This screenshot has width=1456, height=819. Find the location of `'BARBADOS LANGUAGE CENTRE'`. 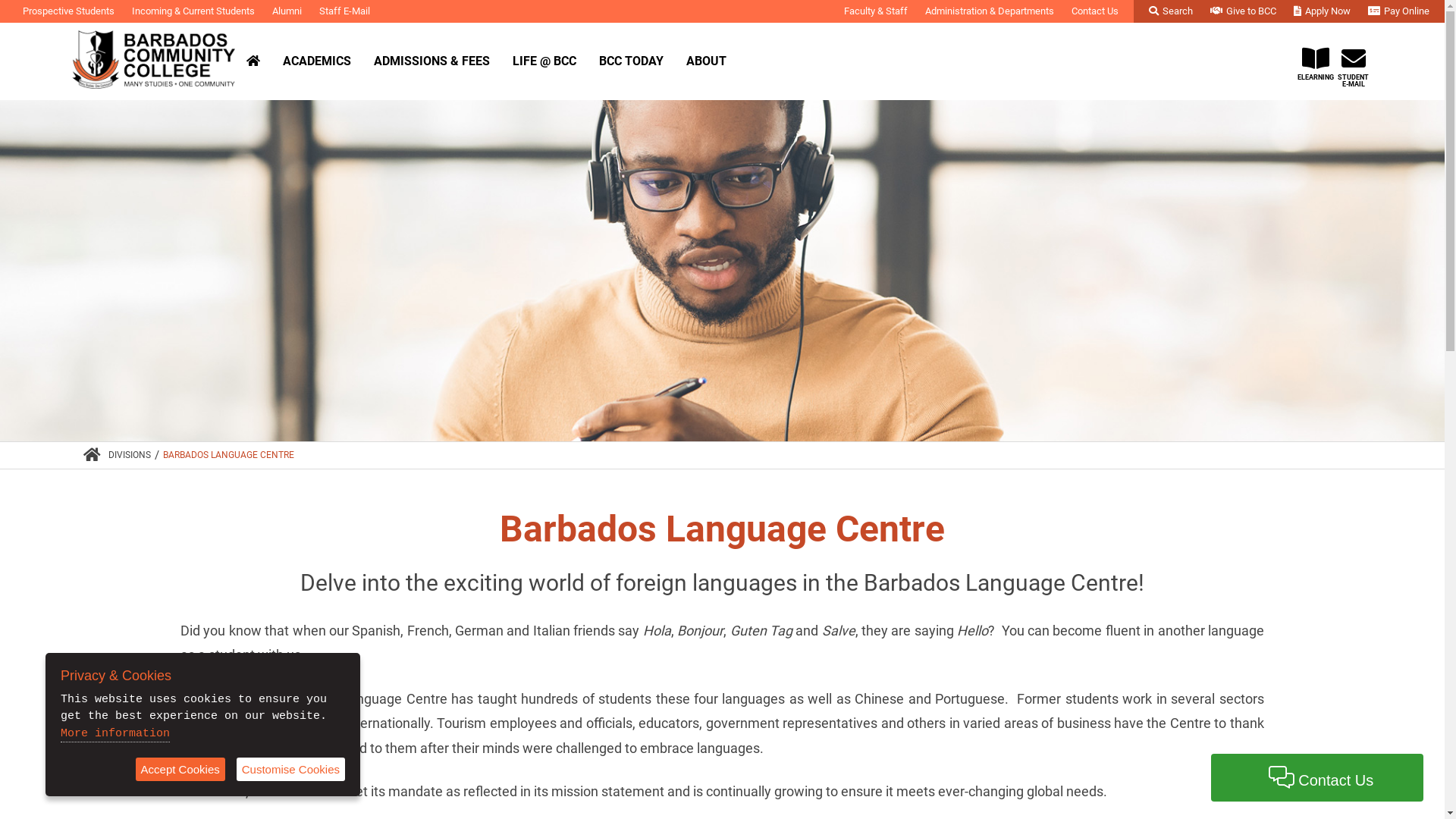

'BARBADOS LANGUAGE CENTRE' is located at coordinates (227, 454).